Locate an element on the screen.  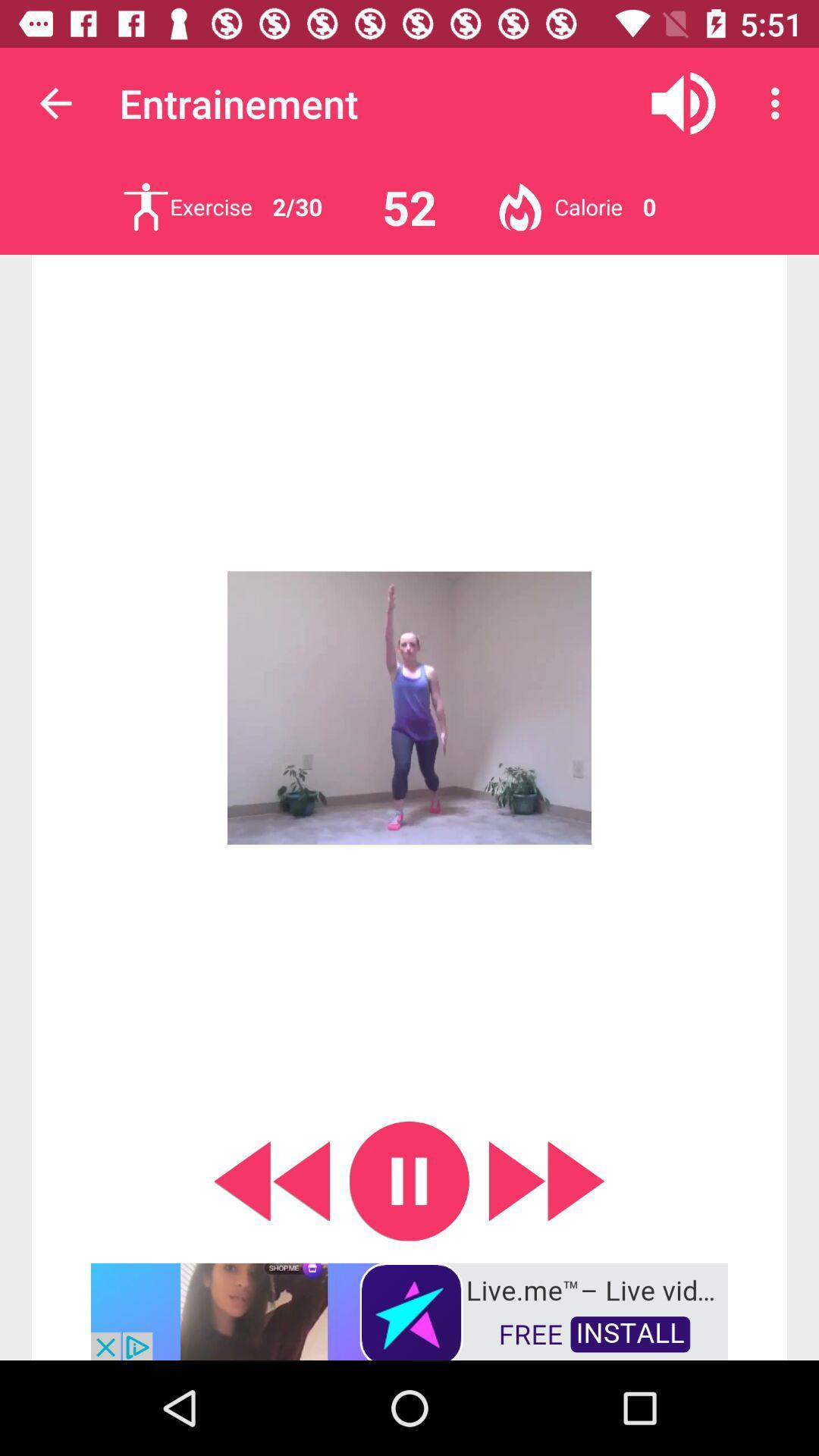
next exercise is located at coordinates (146, 206).